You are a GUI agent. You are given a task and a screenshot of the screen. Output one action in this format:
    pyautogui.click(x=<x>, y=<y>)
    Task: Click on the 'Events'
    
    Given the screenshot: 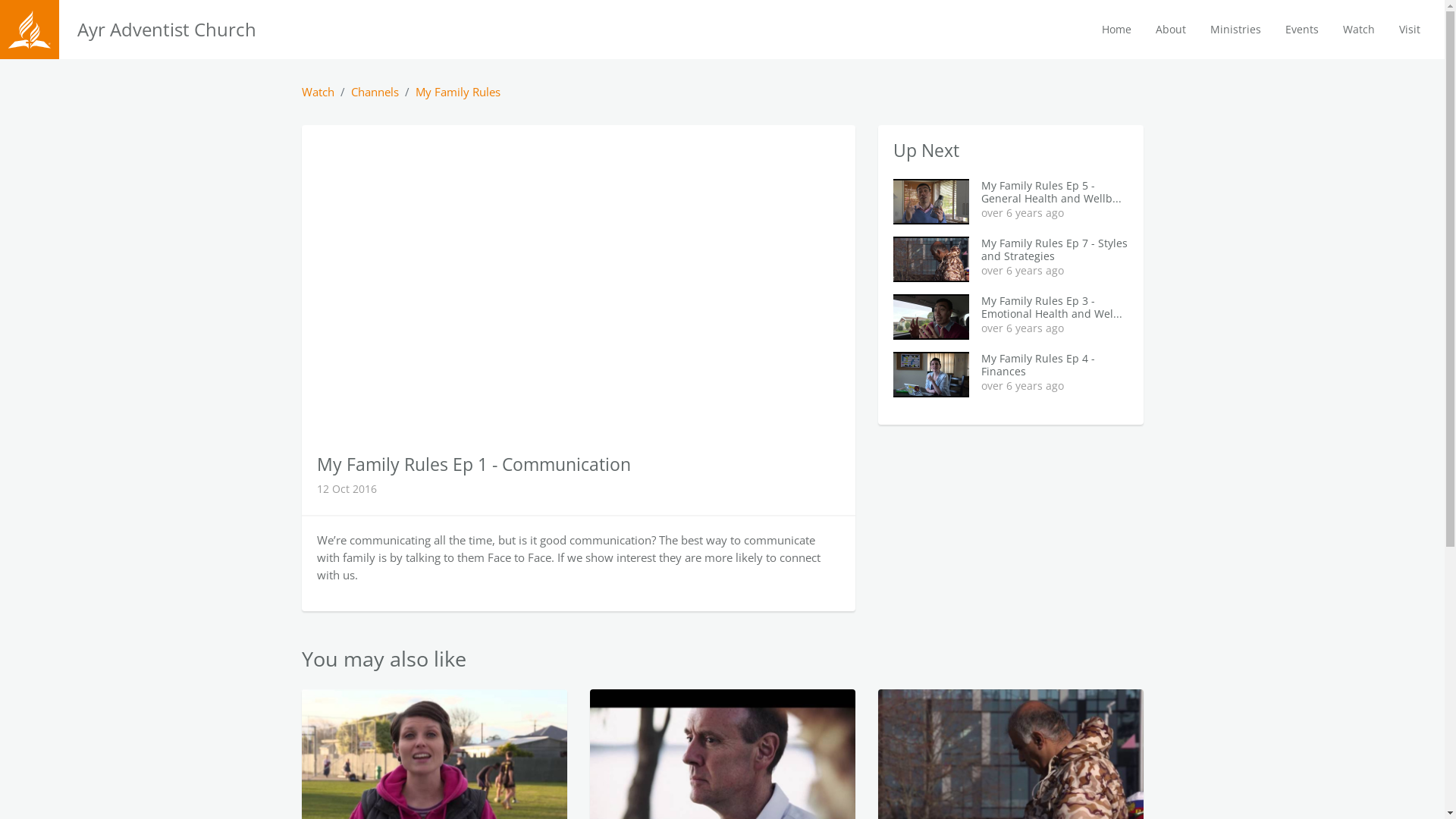 What is the action you would take?
    pyautogui.click(x=1301, y=29)
    